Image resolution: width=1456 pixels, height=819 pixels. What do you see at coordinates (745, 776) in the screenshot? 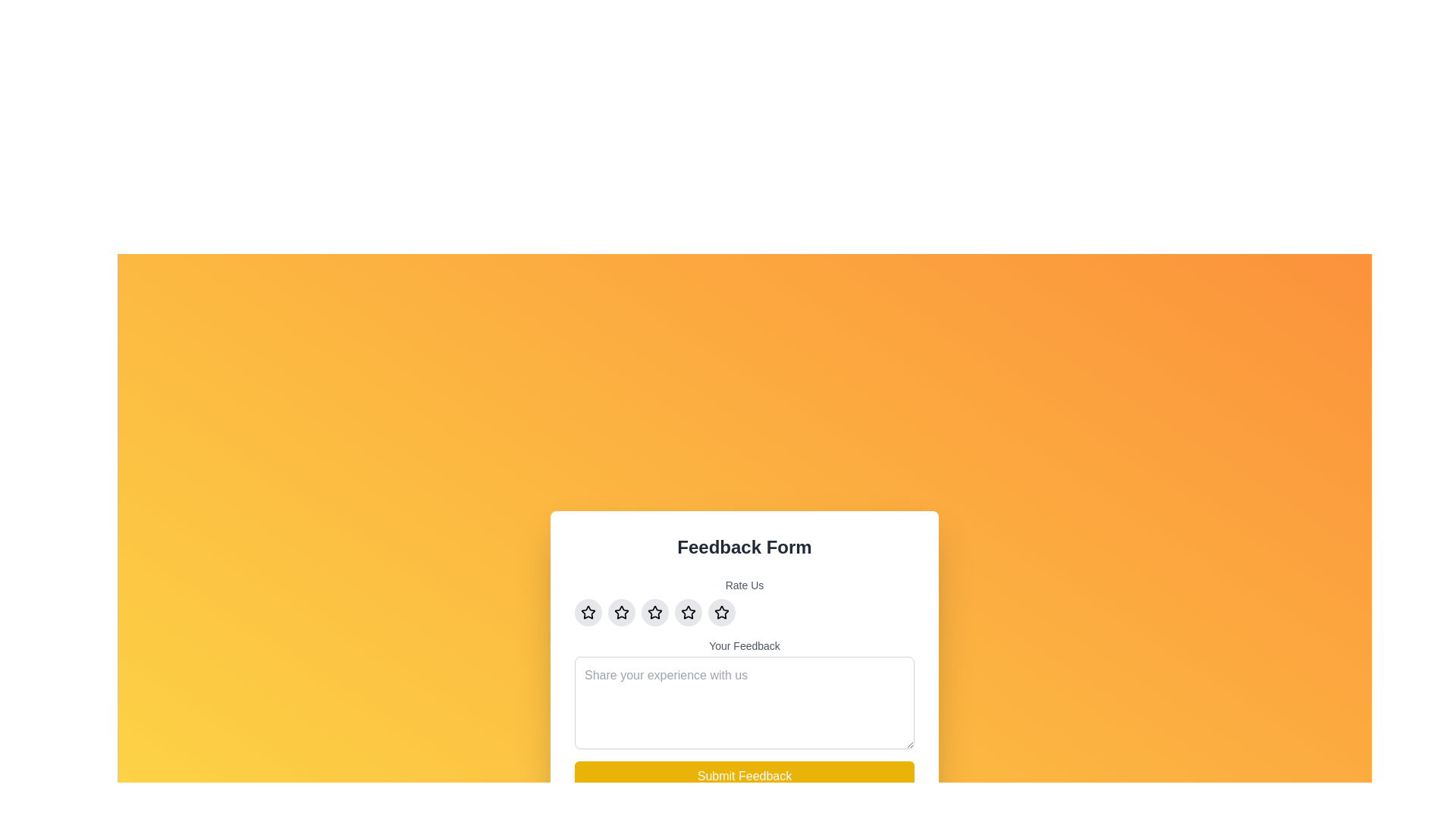
I see `the feedback submission button located at the bottom of the feedback form` at bounding box center [745, 776].